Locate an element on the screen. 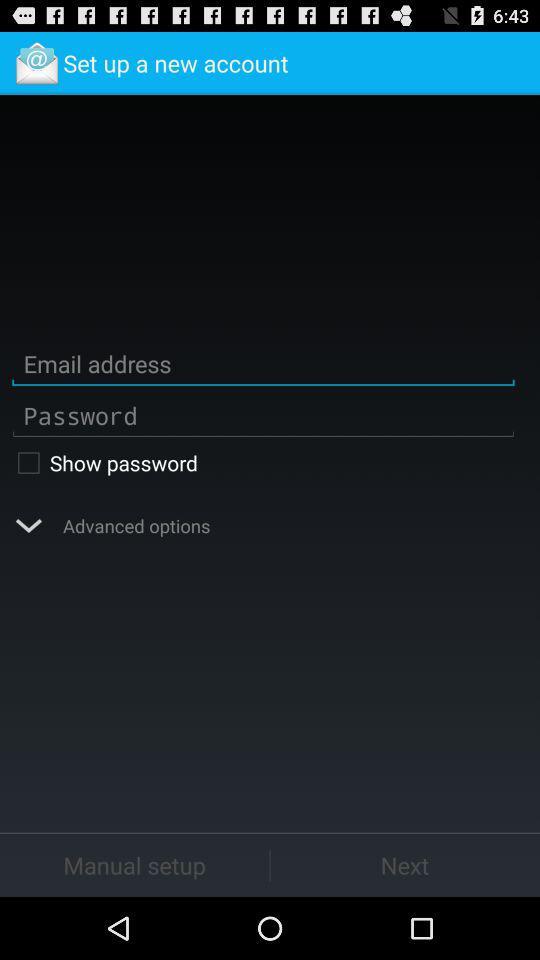 The width and height of the screenshot is (540, 960). the icon next to manual setup icon is located at coordinates (405, 864).